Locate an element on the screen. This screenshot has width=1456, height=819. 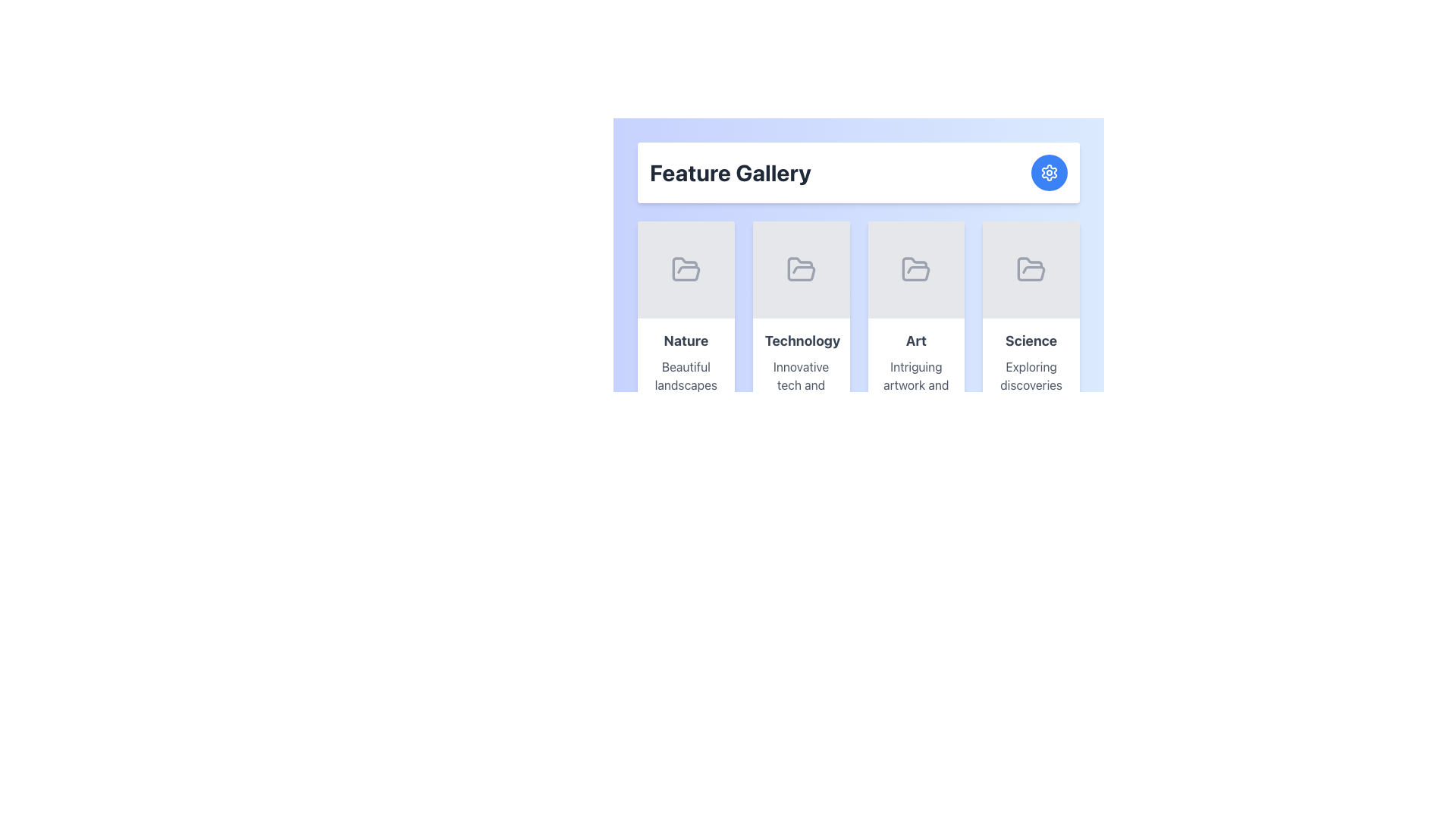
the 'Technology' card in the gallery is located at coordinates (800, 391).